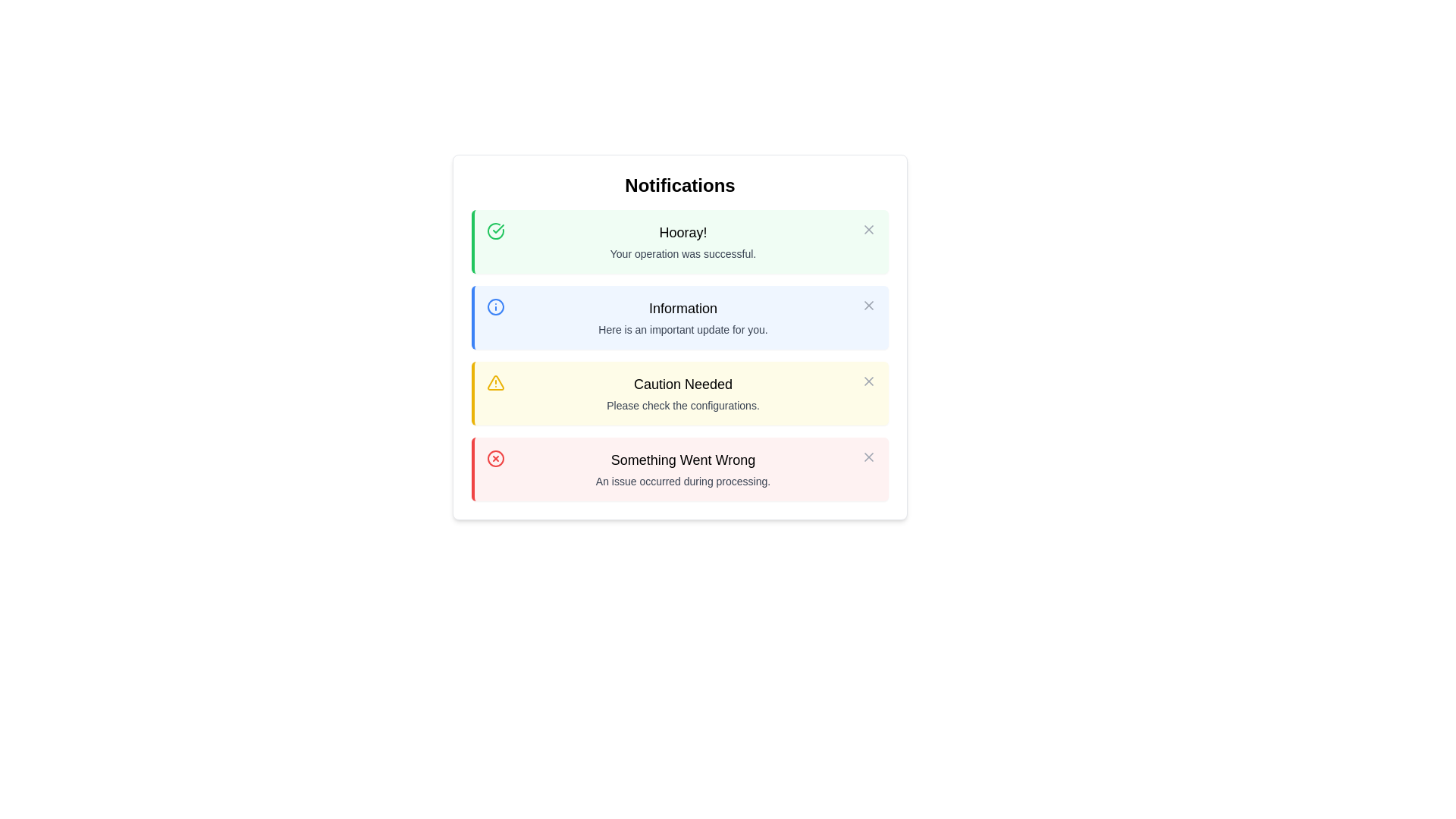 The height and width of the screenshot is (819, 1456). Describe the element at coordinates (679, 336) in the screenshot. I see `the second notification card, which has a blue left border and displays 'Information'` at that location.